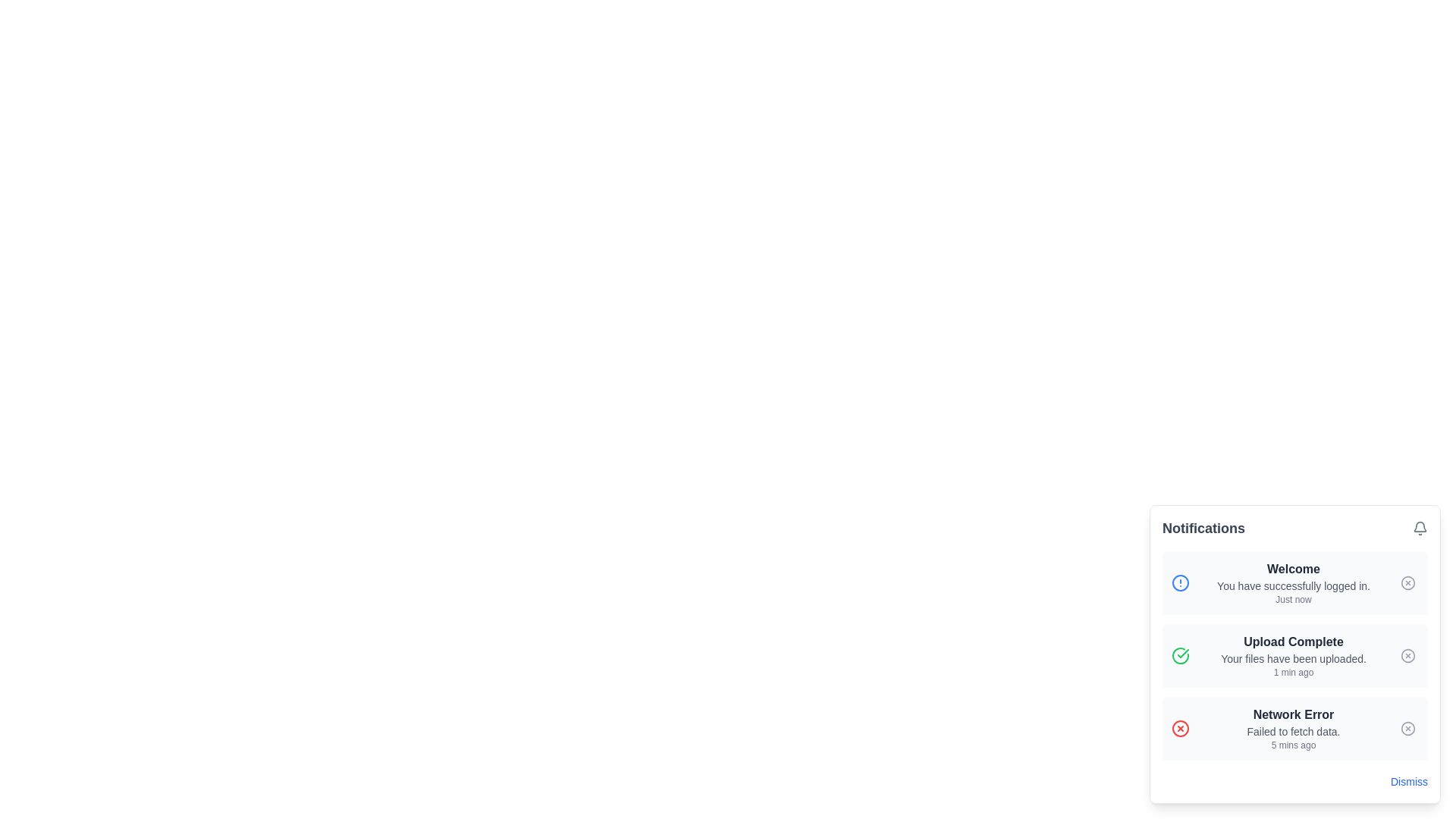 The width and height of the screenshot is (1456, 819). I want to click on the informational icon located to the left of the text 'Welcome' in the first notification item indicating a successful login, so click(1179, 582).